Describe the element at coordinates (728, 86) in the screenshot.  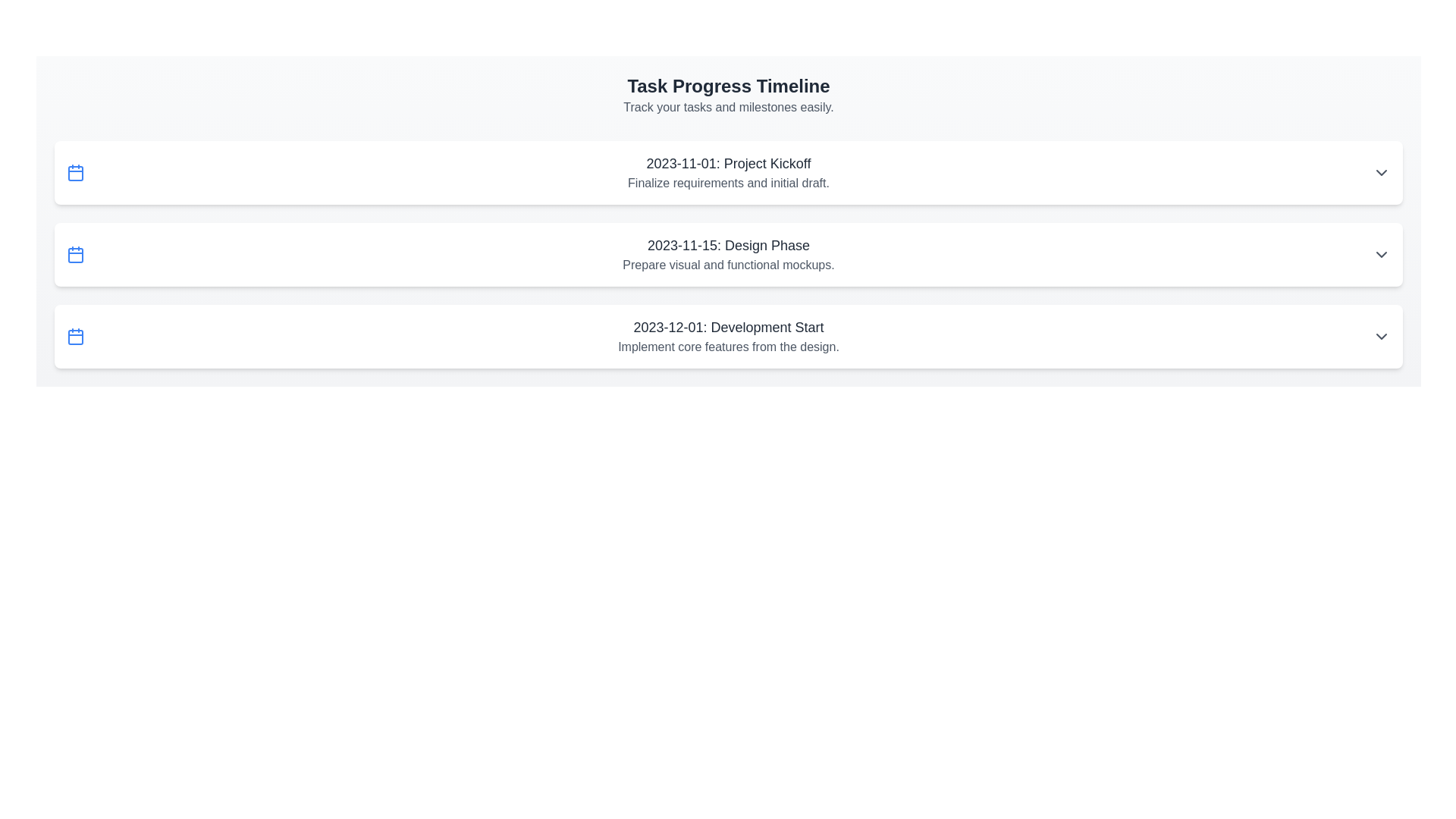
I see `the header text label that indicates the task progress timeline, located at the top of the interface` at that location.